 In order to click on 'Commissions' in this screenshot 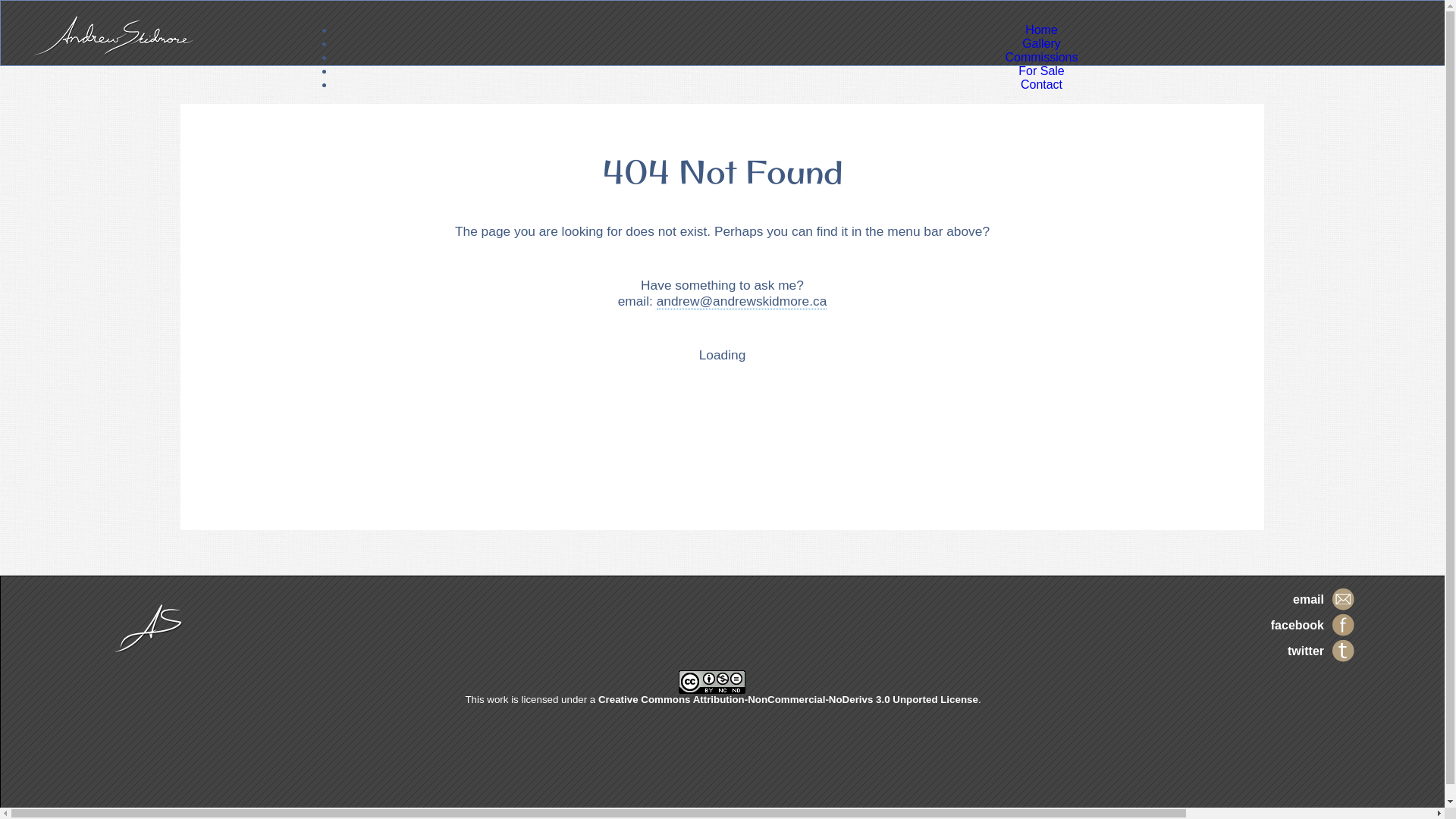, I will do `click(1040, 56)`.